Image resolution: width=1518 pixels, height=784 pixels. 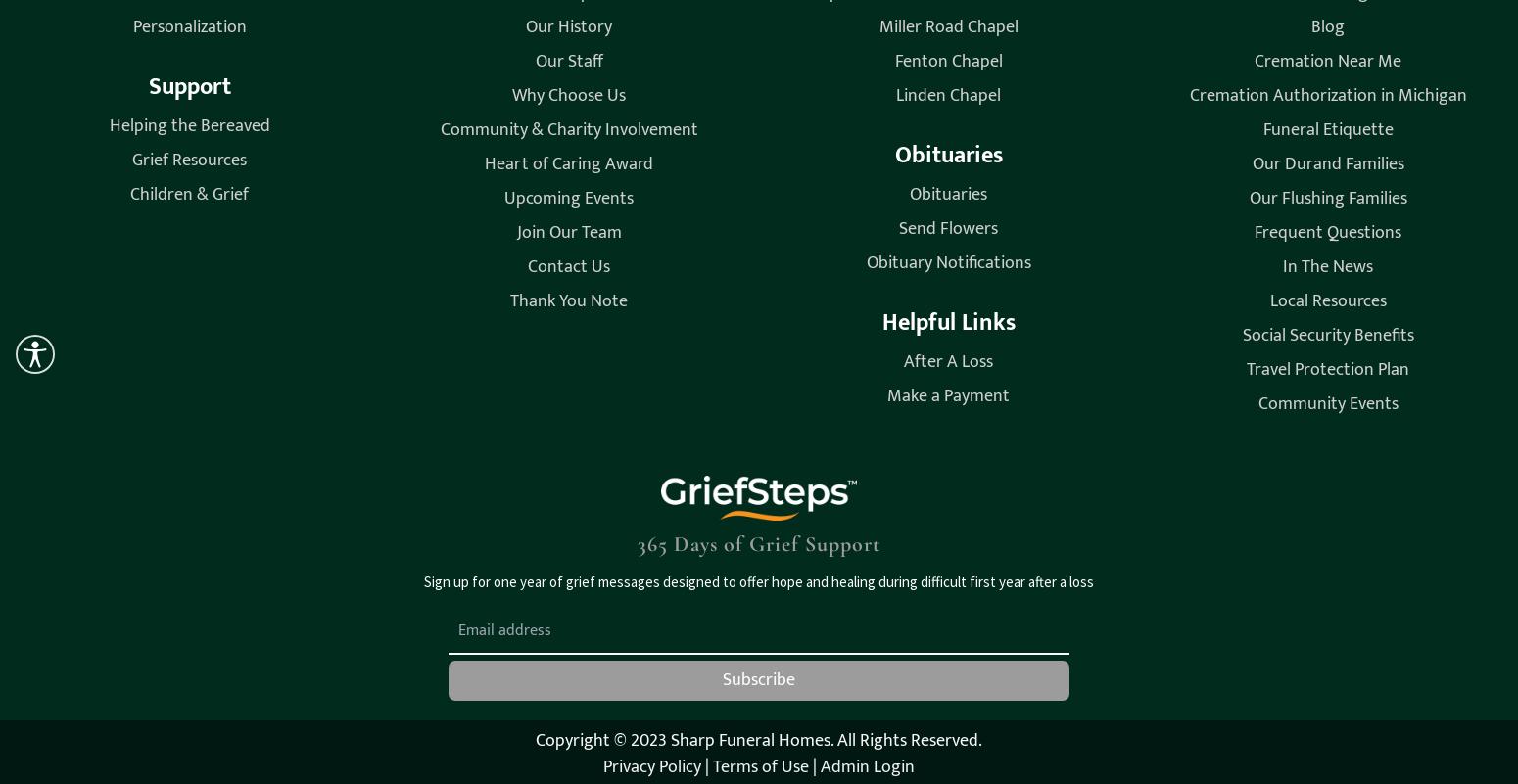 I want to click on 'Social Security Benefits', so click(x=1327, y=334).